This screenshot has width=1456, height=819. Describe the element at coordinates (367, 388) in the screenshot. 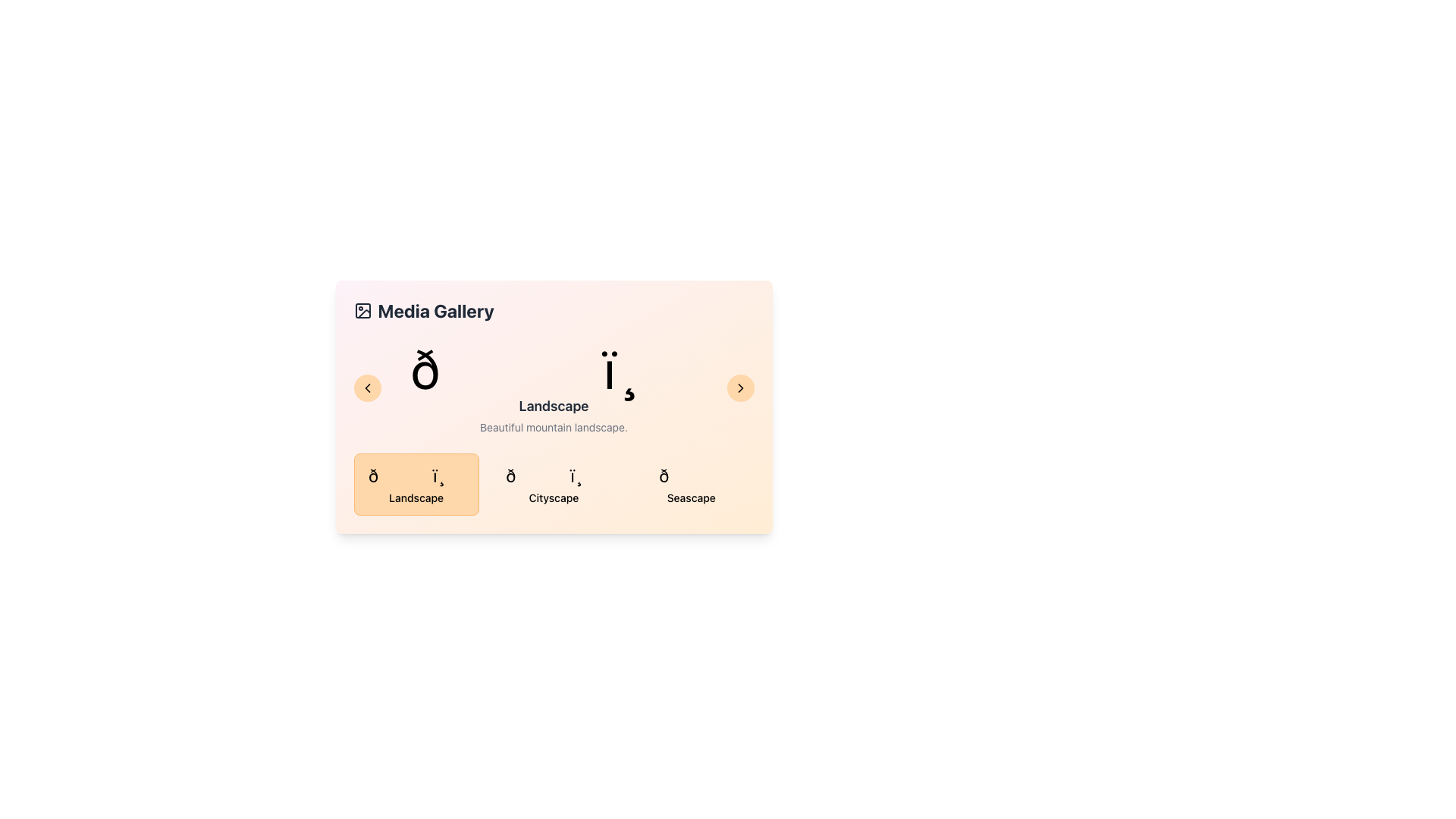

I see `the button located on the left side of the media display area` at that location.